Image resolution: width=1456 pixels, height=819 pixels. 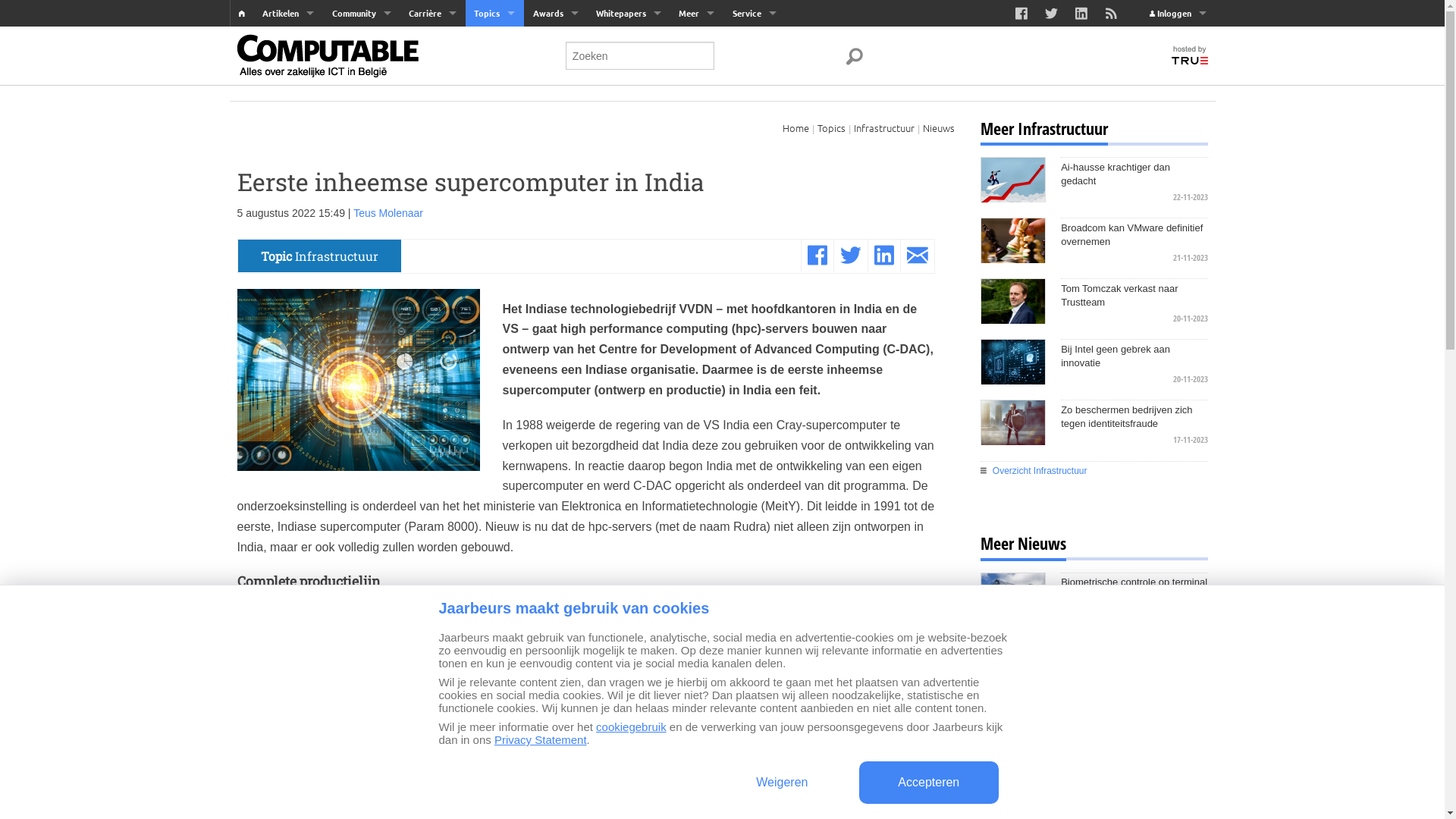 What do you see at coordinates (388, 213) in the screenshot?
I see `'Teus Molenaar'` at bounding box center [388, 213].